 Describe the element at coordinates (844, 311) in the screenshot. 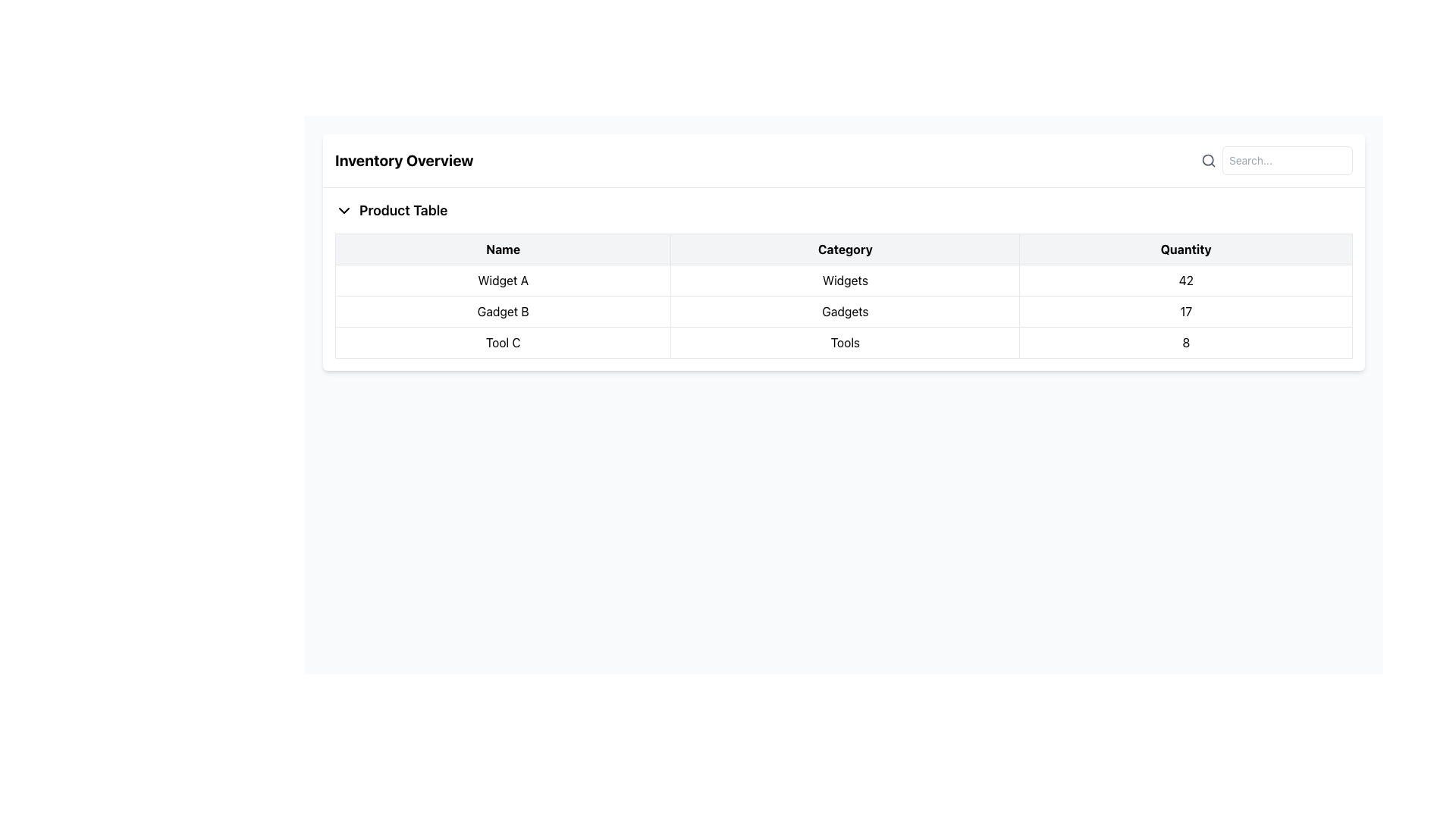

I see `the Text Label displaying 'Gadgets', which is located in the second row of the 'Category' column between 'Widgets' and 'Tools'` at that location.